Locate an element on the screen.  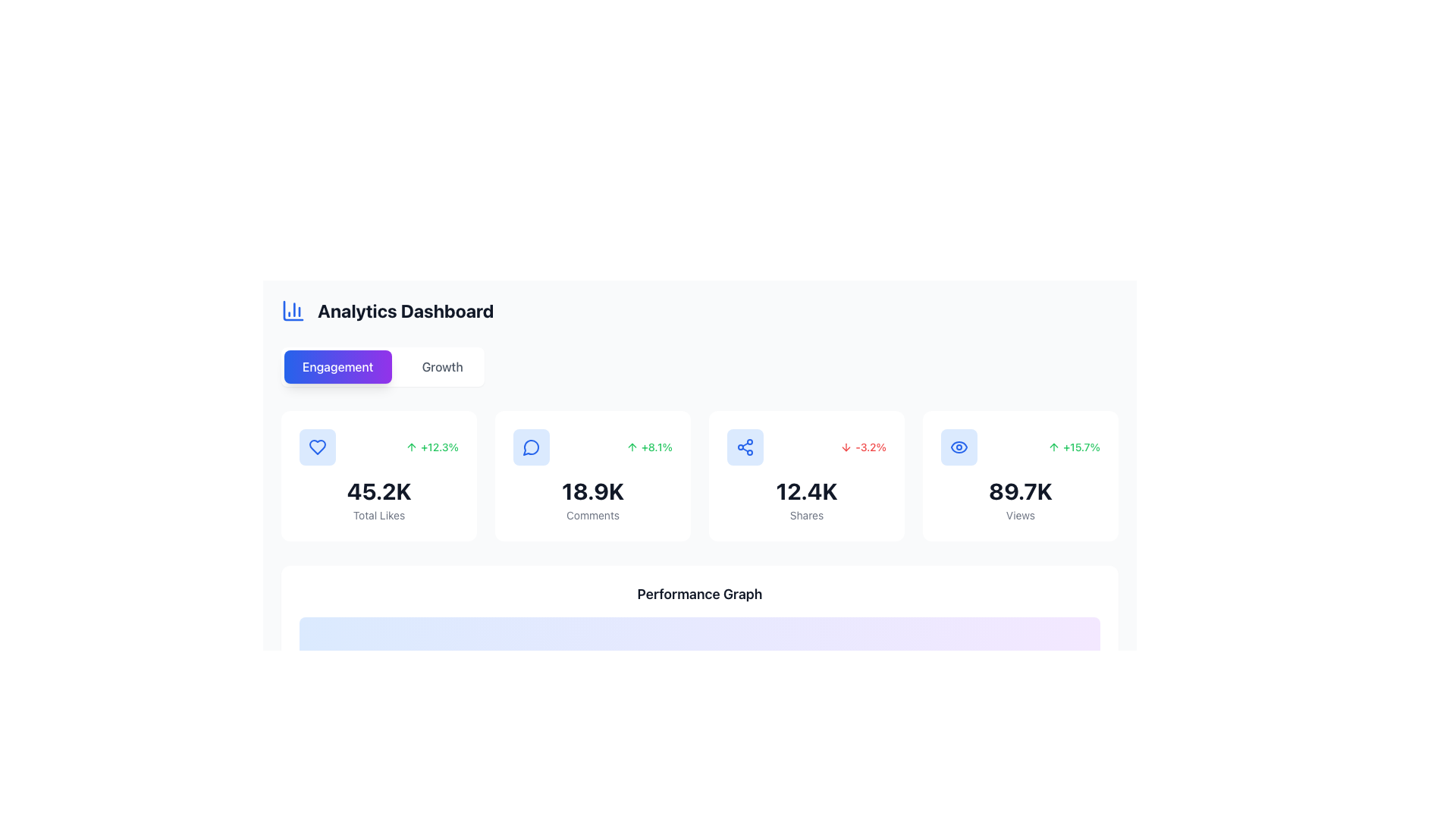
the green upward-pointing arrow icon indicating a percentage increase is located at coordinates (412, 447).